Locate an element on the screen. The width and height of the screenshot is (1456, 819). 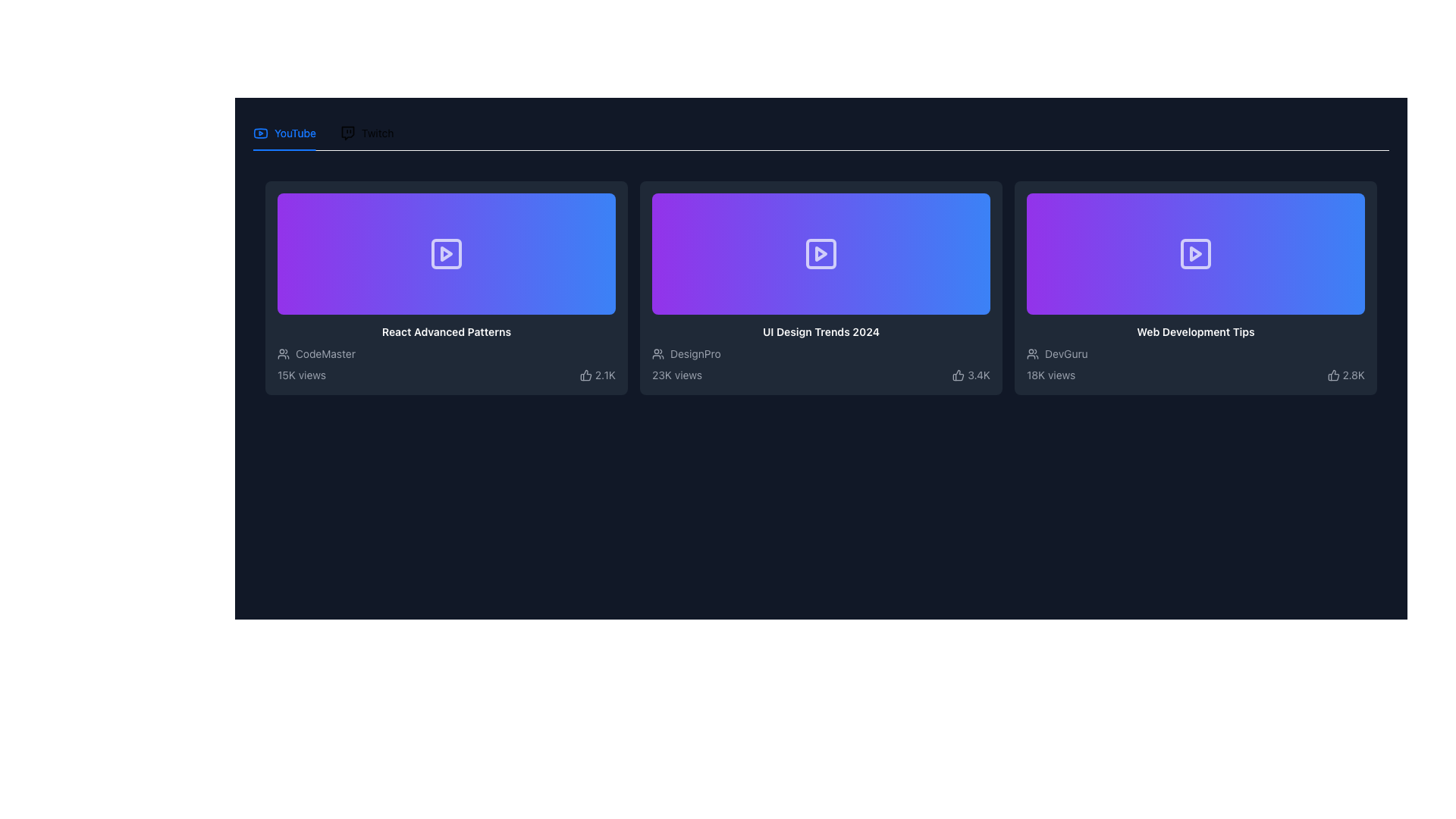
the 'play' button icon represented as a triangular play symbol within a rounded square frame, located centrally within the card labeled 'Web Development Tips' is located at coordinates (1195, 253).